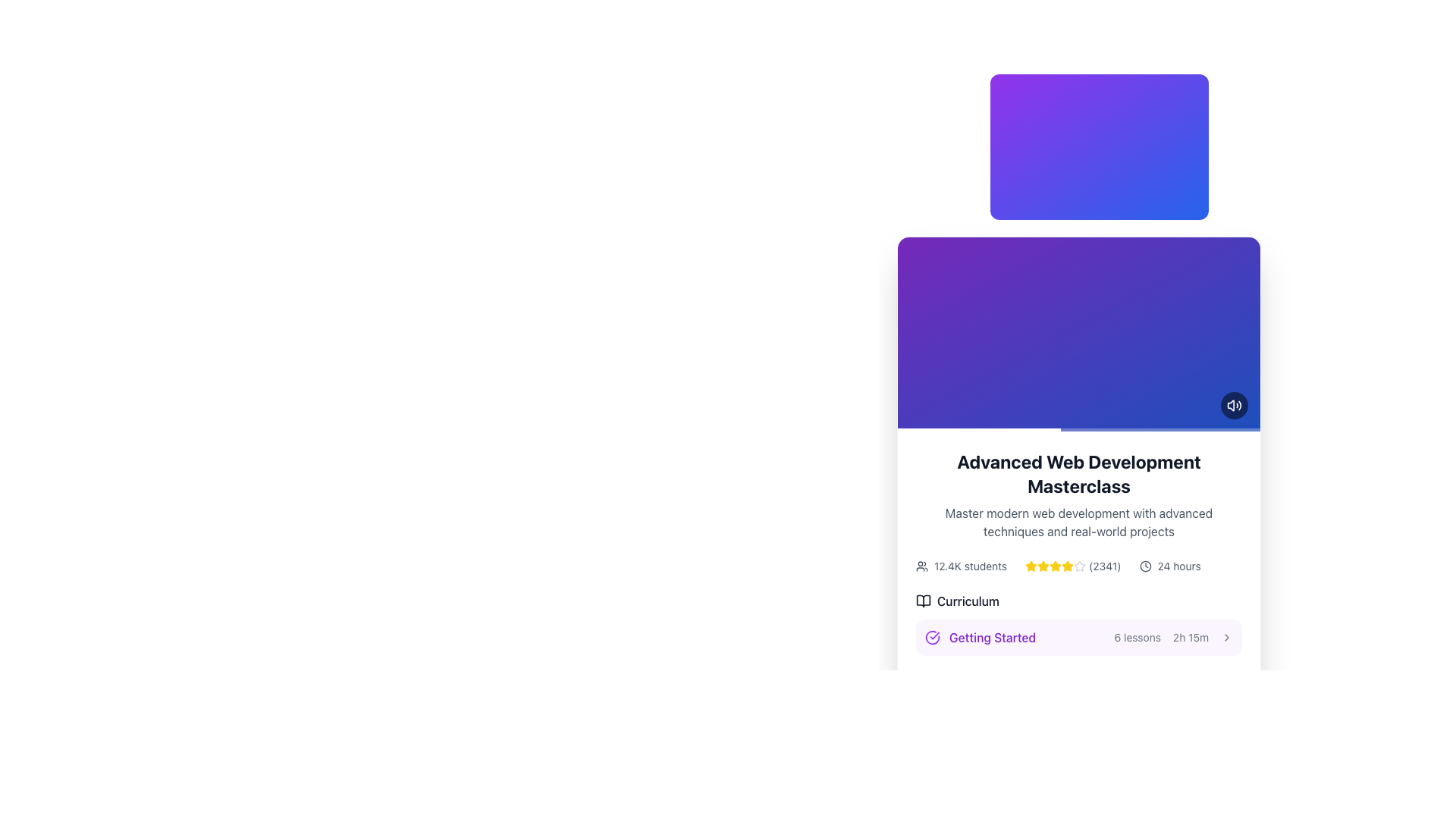 The width and height of the screenshot is (1456, 819). I want to click on the clickable list item titled 'Getting Started' with details '6 lessons' and '2h 15m', so click(1078, 679).